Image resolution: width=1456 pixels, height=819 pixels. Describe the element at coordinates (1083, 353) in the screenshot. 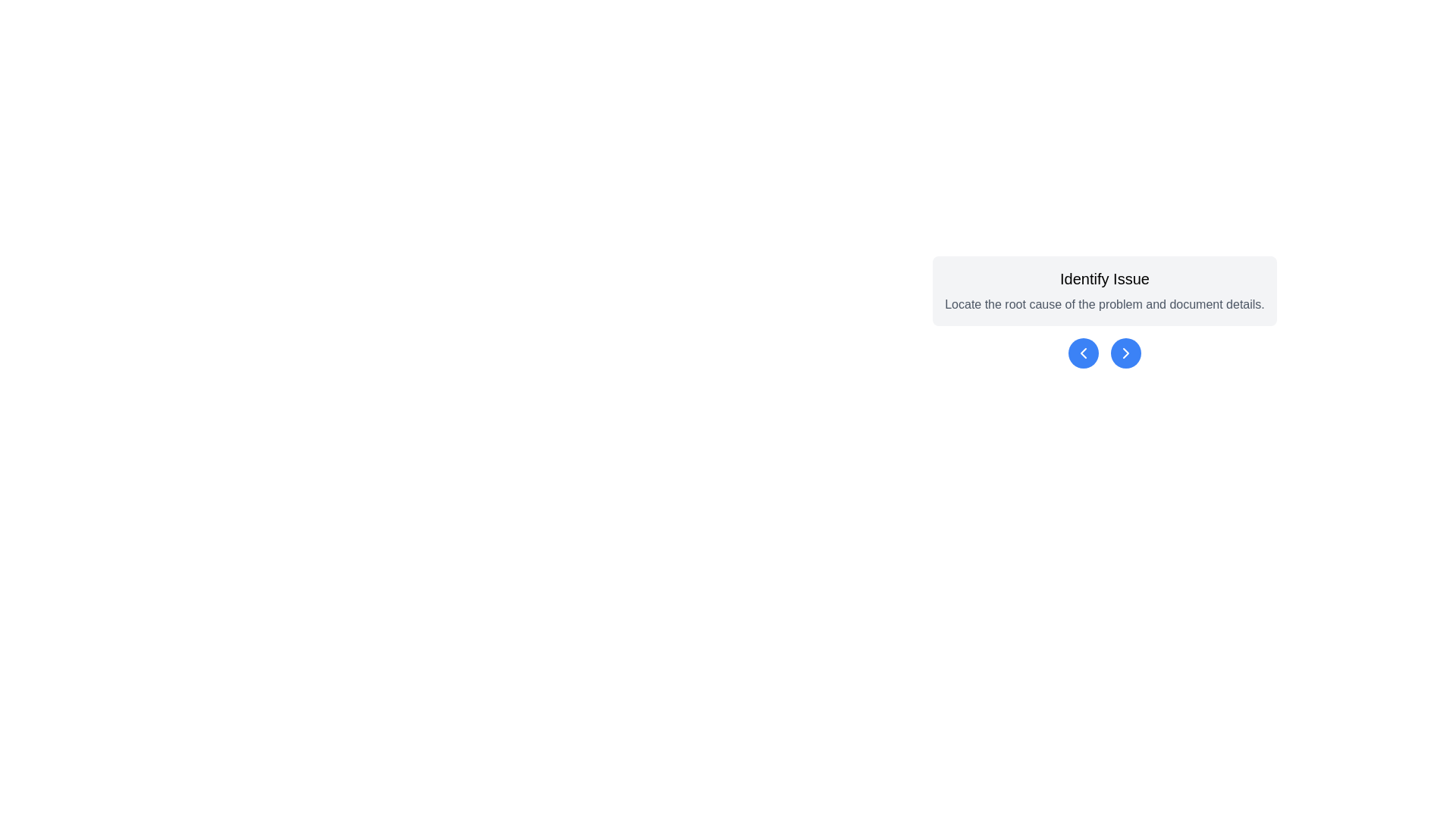

I see `the circular button icon positioned to the left of the right-pointing chevron icon underneath the 'Identify Issue' text block` at that location.